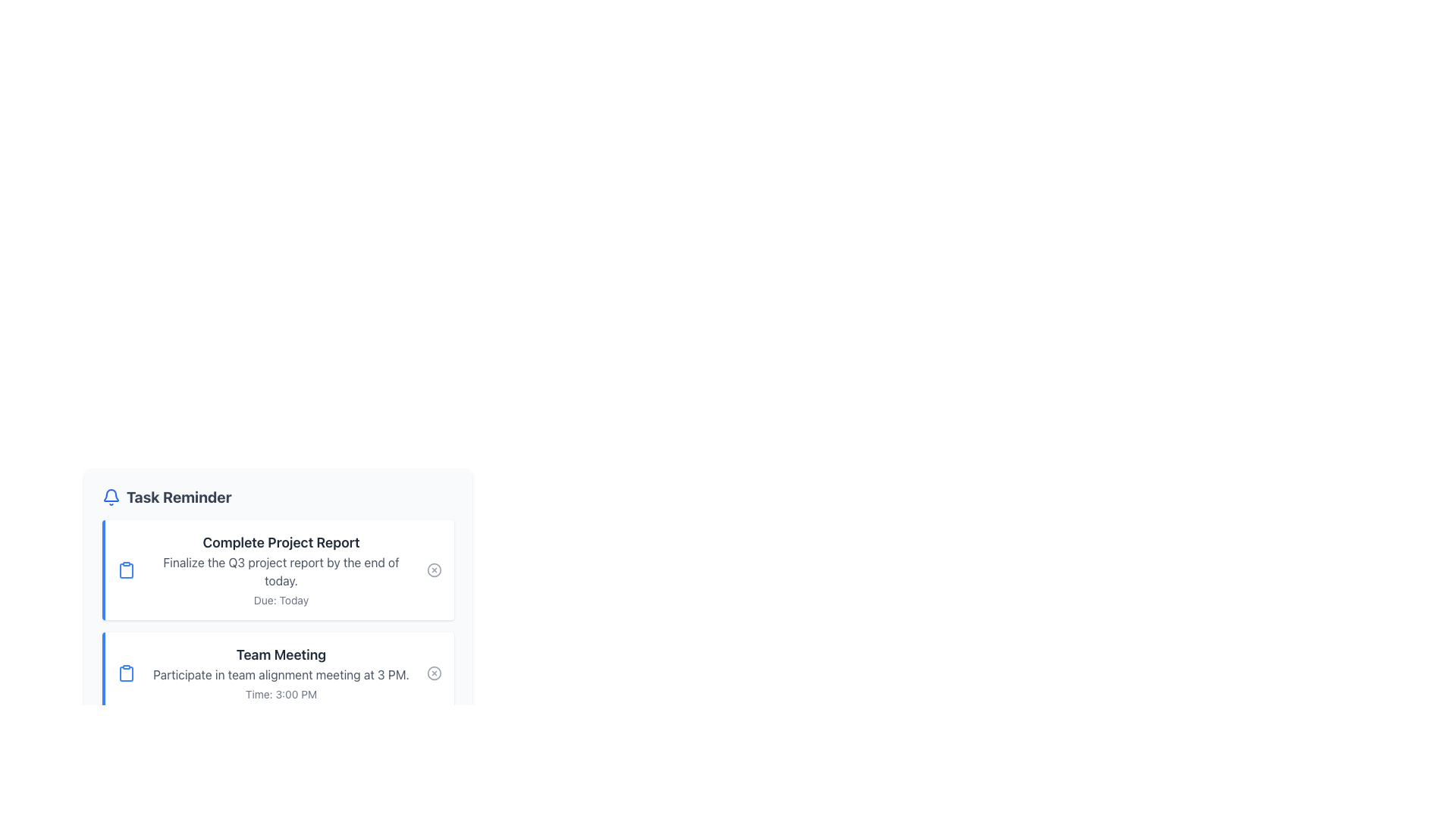  I want to click on the circular icon with a cross in its center in the Task Reminder section, so click(433, 570).